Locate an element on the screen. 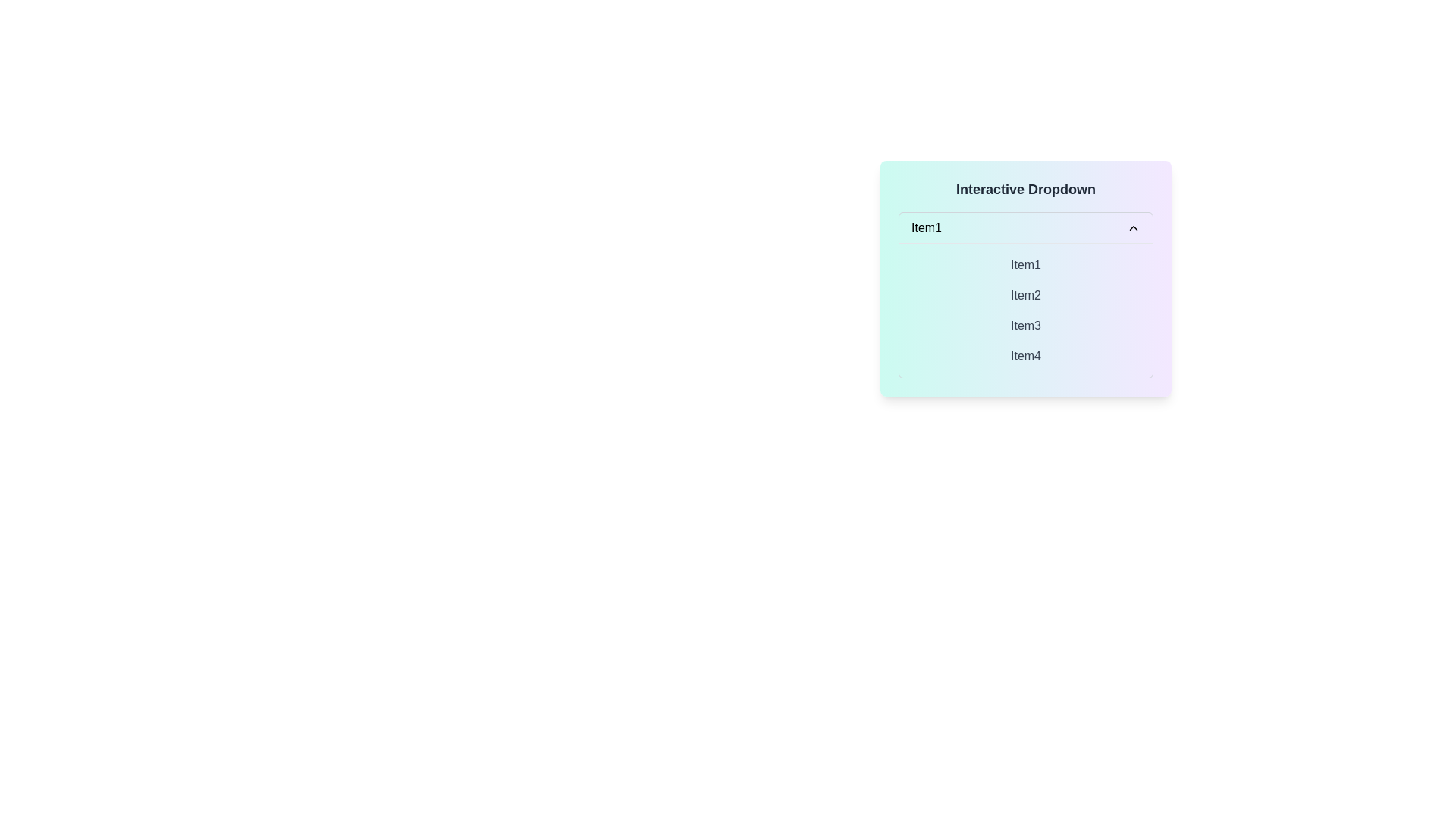 The width and height of the screenshot is (1456, 819). the selectable list item labeled 'Item3', which is the third item in a vertical list of four items is located at coordinates (1026, 325).